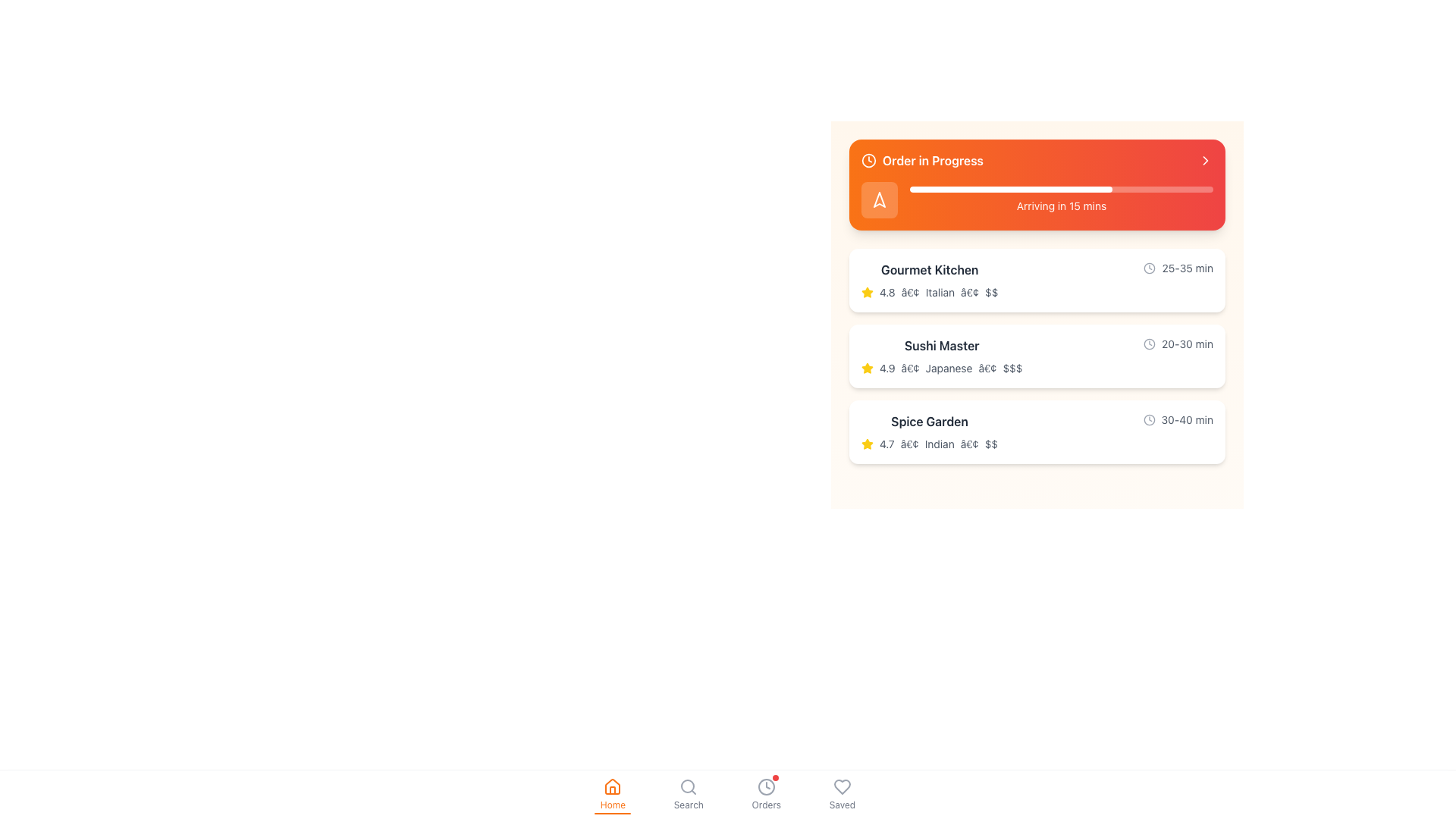  What do you see at coordinates (841, 794) in the screenshot?
I see `the heart-shaped icon button with a gray outline located above the text 'Saved', which is the rightmost element in the bottom bar of the interface` at bounding box center [841, 794].